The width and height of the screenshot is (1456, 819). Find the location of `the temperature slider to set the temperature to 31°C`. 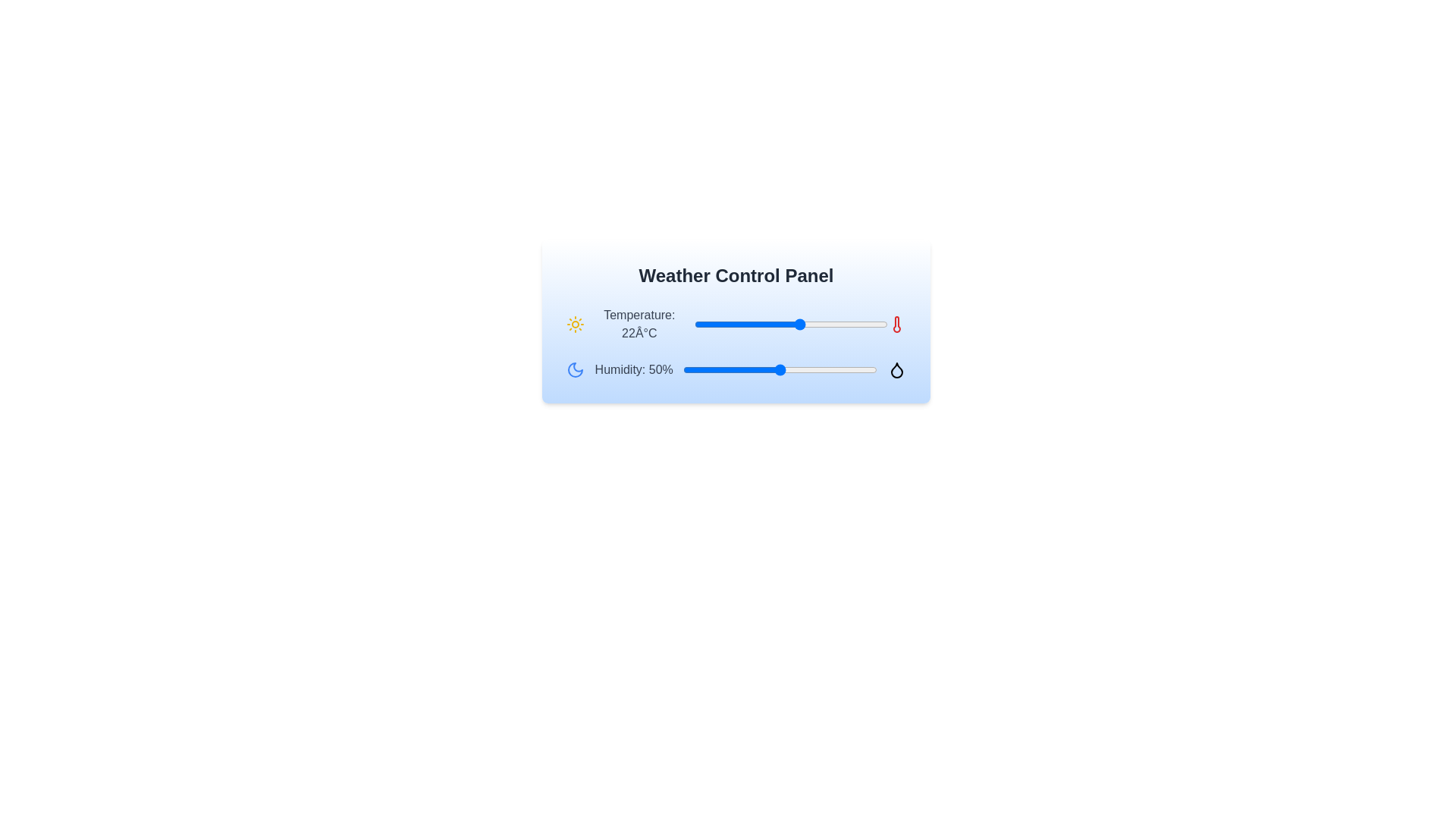

the temperature slider to set the temperature to 31°C is located at coordinates (843, 324).